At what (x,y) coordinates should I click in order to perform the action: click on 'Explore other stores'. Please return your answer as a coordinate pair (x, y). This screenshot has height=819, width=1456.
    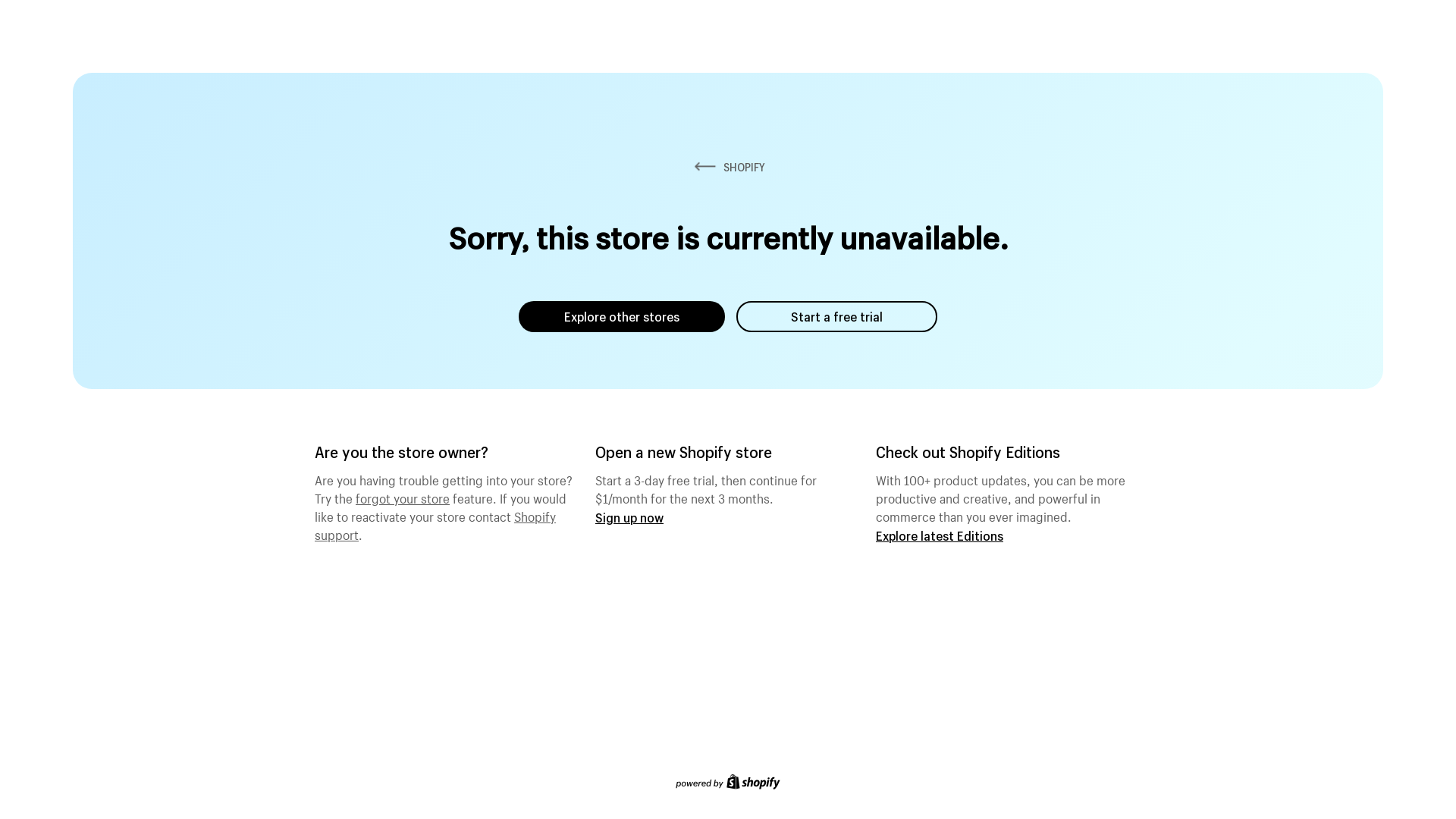
    Looking at the image, I should click on (622, 315).